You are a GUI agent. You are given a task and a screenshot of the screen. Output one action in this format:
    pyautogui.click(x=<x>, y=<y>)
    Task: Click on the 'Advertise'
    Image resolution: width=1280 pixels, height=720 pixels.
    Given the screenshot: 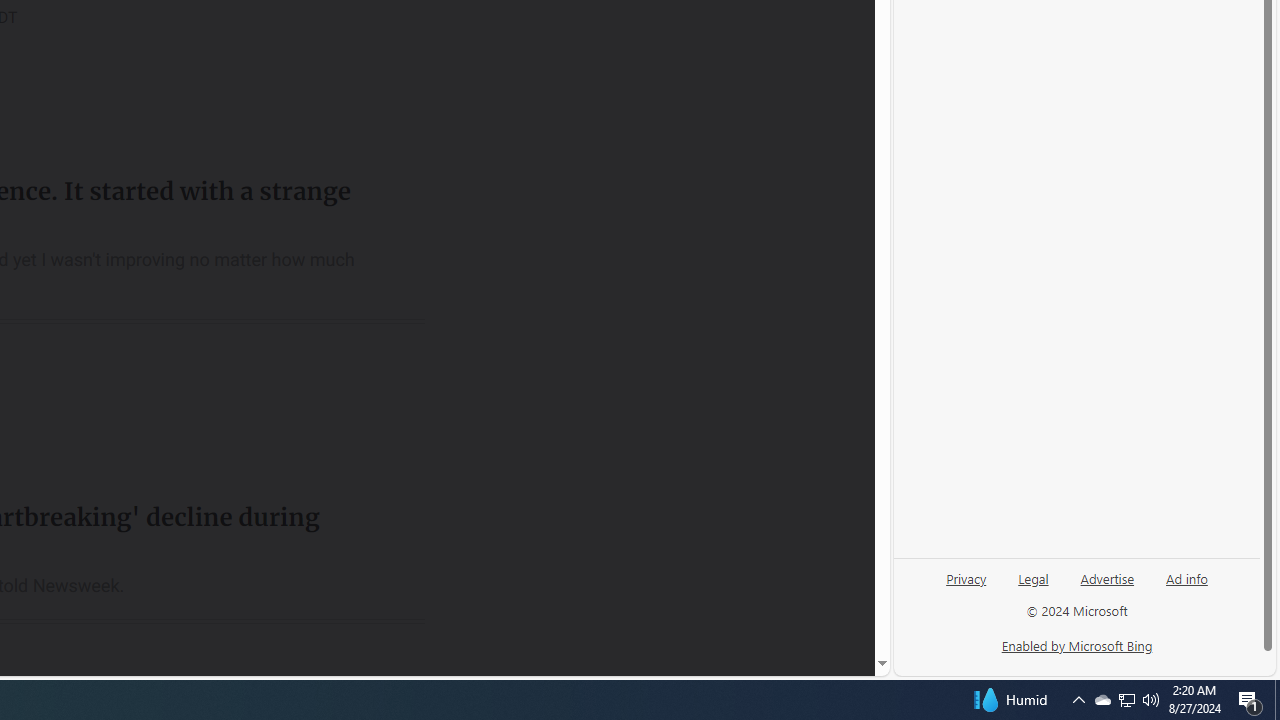 What is the action you would take?
    pyautogui.click(x=1106, y=585)
    